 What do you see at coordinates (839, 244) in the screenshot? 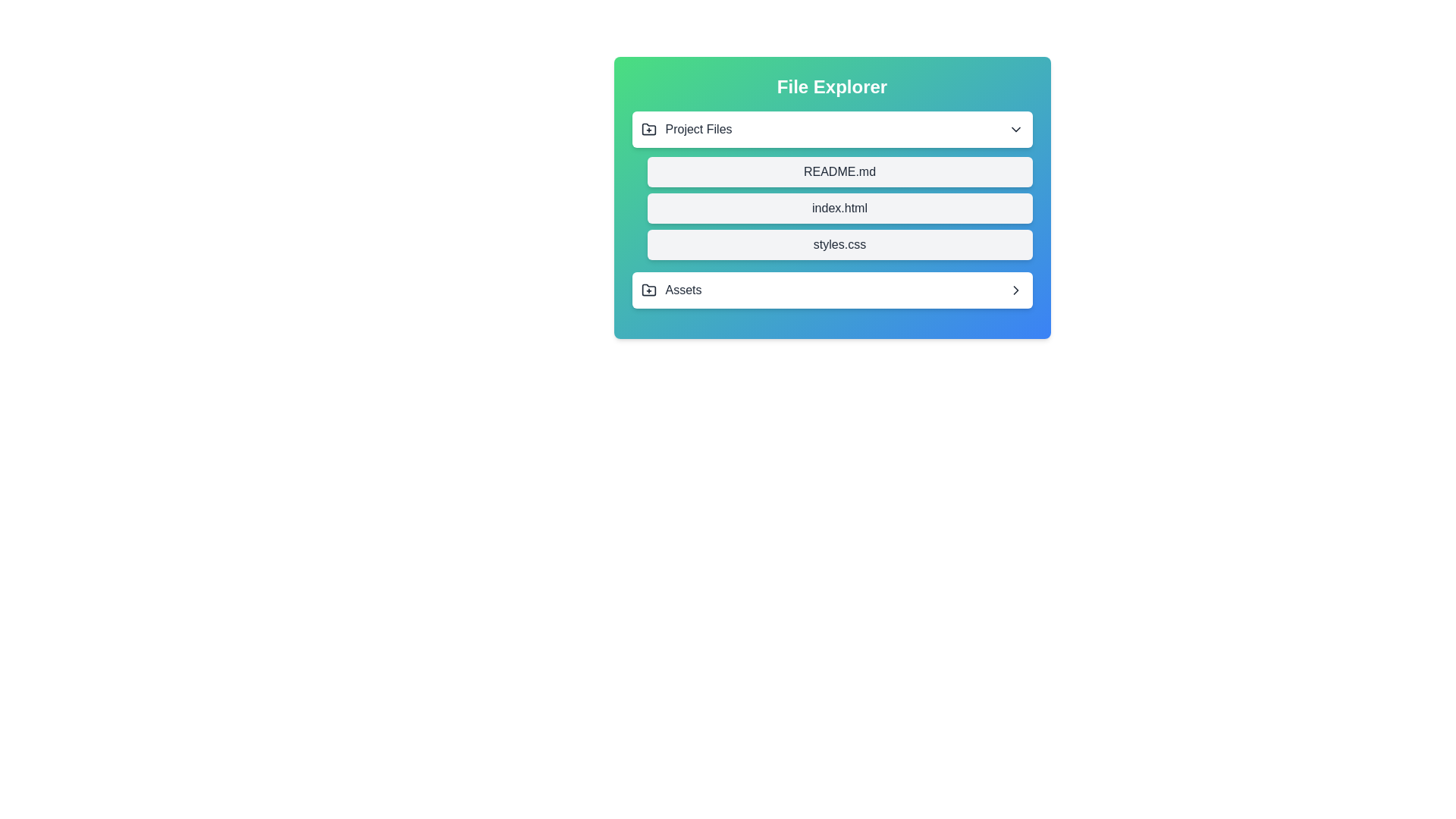
I see `the button labeled 'styles.css' which has a light gray background and is the last item in the list of buttons in the 'File Explorer' section` at bounding box center [839, 244].